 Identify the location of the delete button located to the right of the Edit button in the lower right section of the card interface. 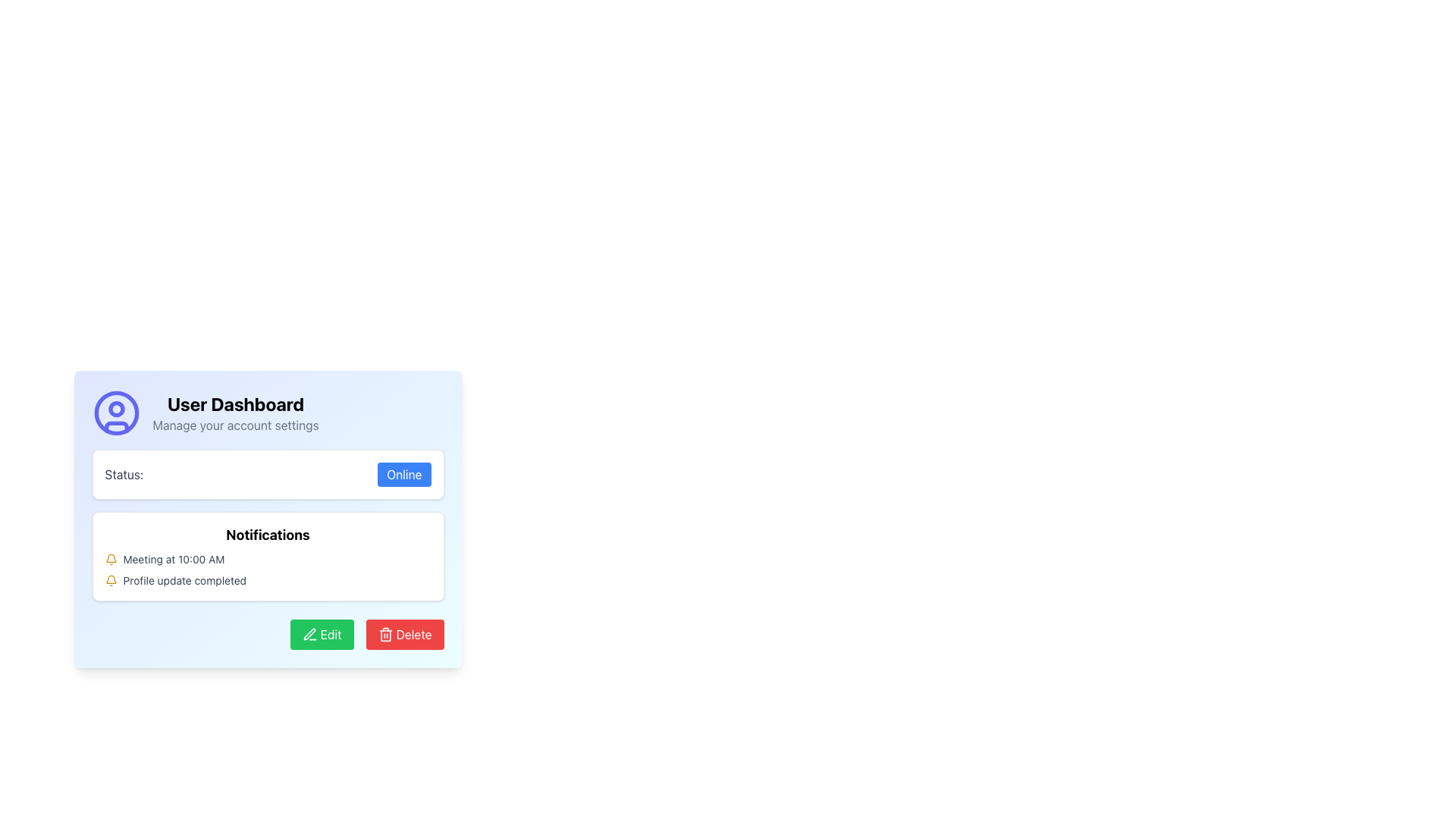
(404, 635).